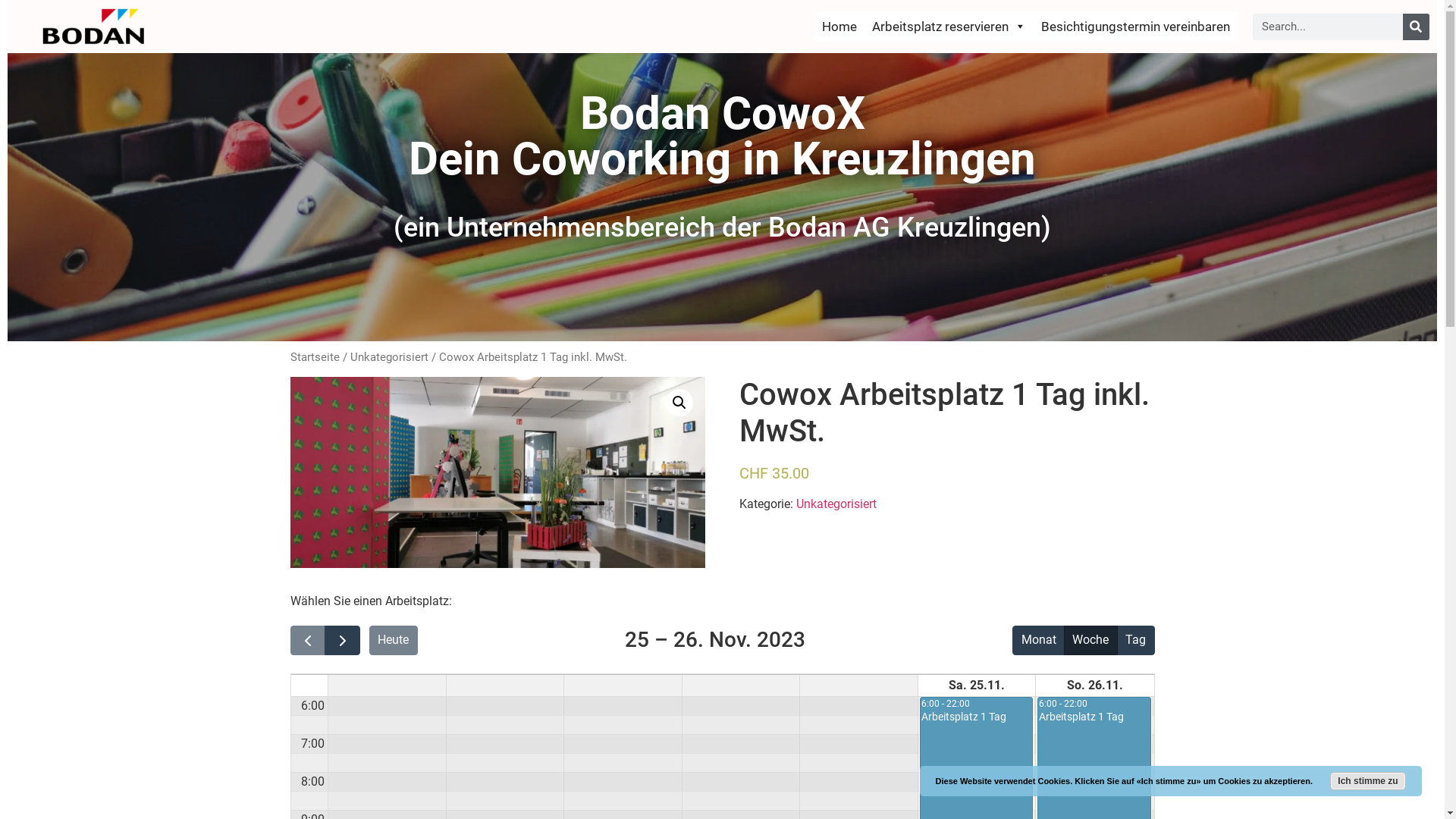 This screenshot has width=1456, height=819. What do you see at coordinates (349, 356) in the screenshot?
I see `'Unkategorisiert'` at bounding box center [349, 356].